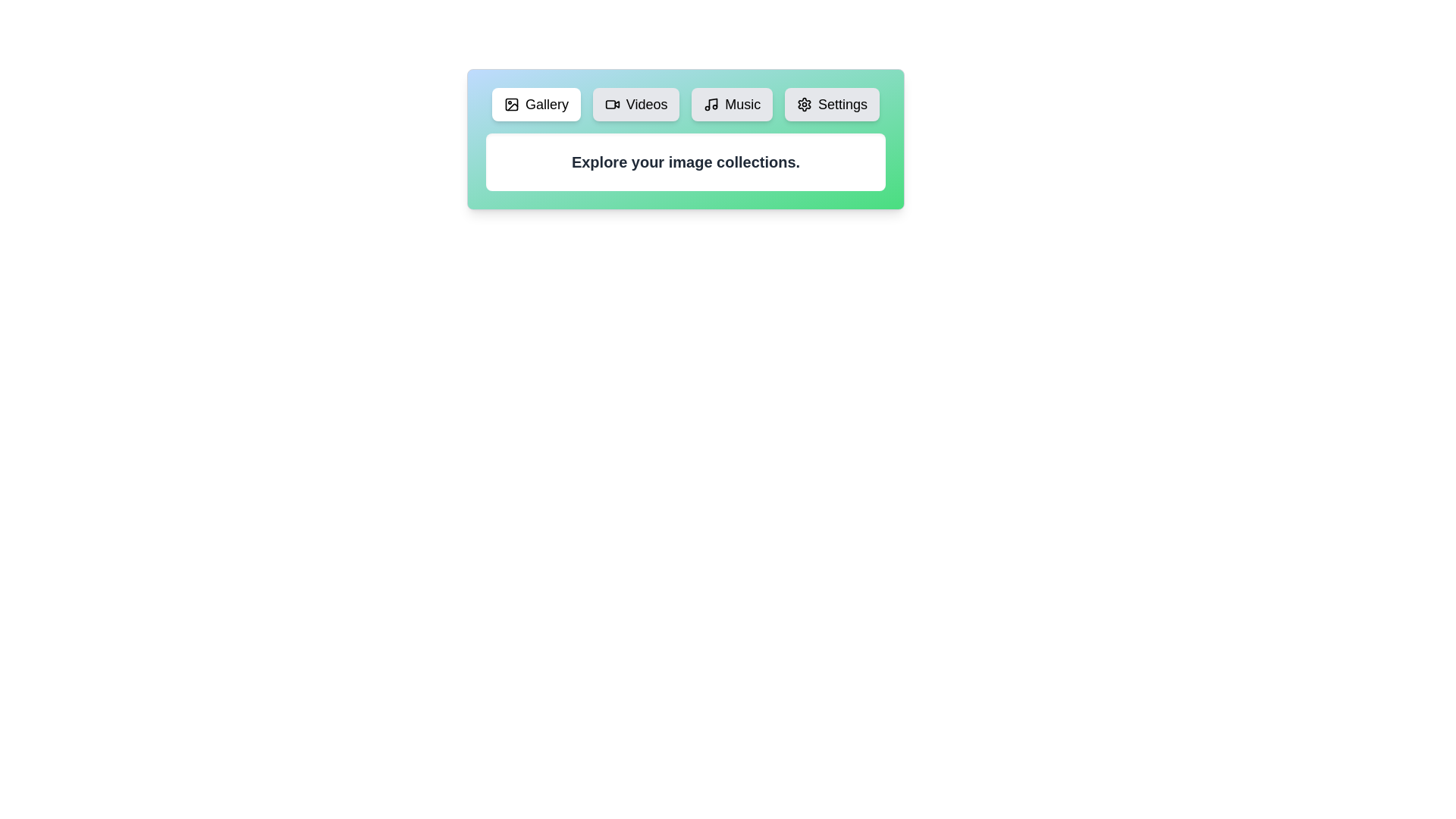 The image size is (1456, 819). Describe the element at coordinates (831, 104) in the screenshot. I see `the tab labeled Settings to observe its hover effect` at that location.